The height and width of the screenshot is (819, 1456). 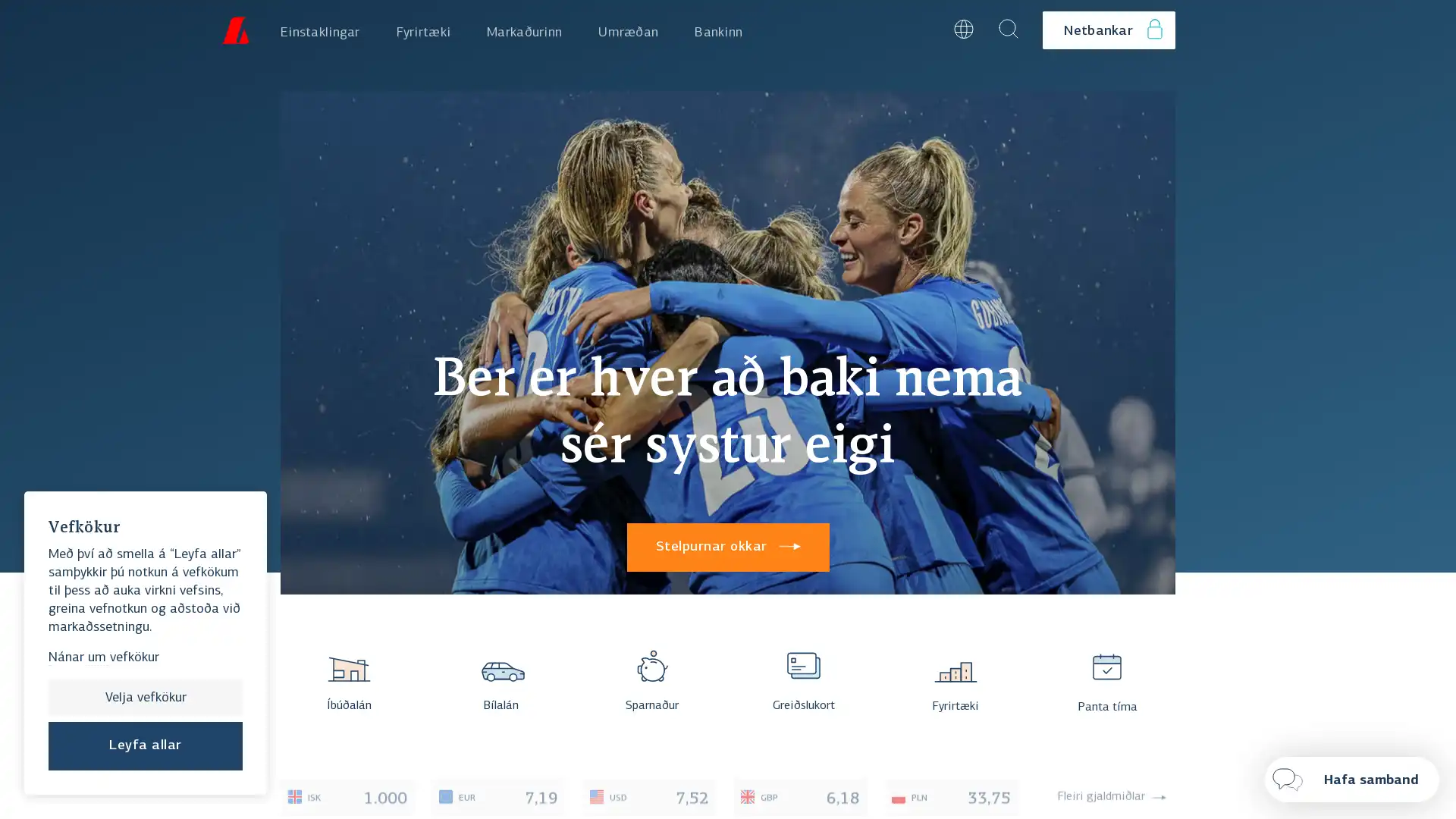 What do you see at coordinates (146, 698) in the screenshot?
I see `Velja vefkokur` at bounding box center [146, 698].